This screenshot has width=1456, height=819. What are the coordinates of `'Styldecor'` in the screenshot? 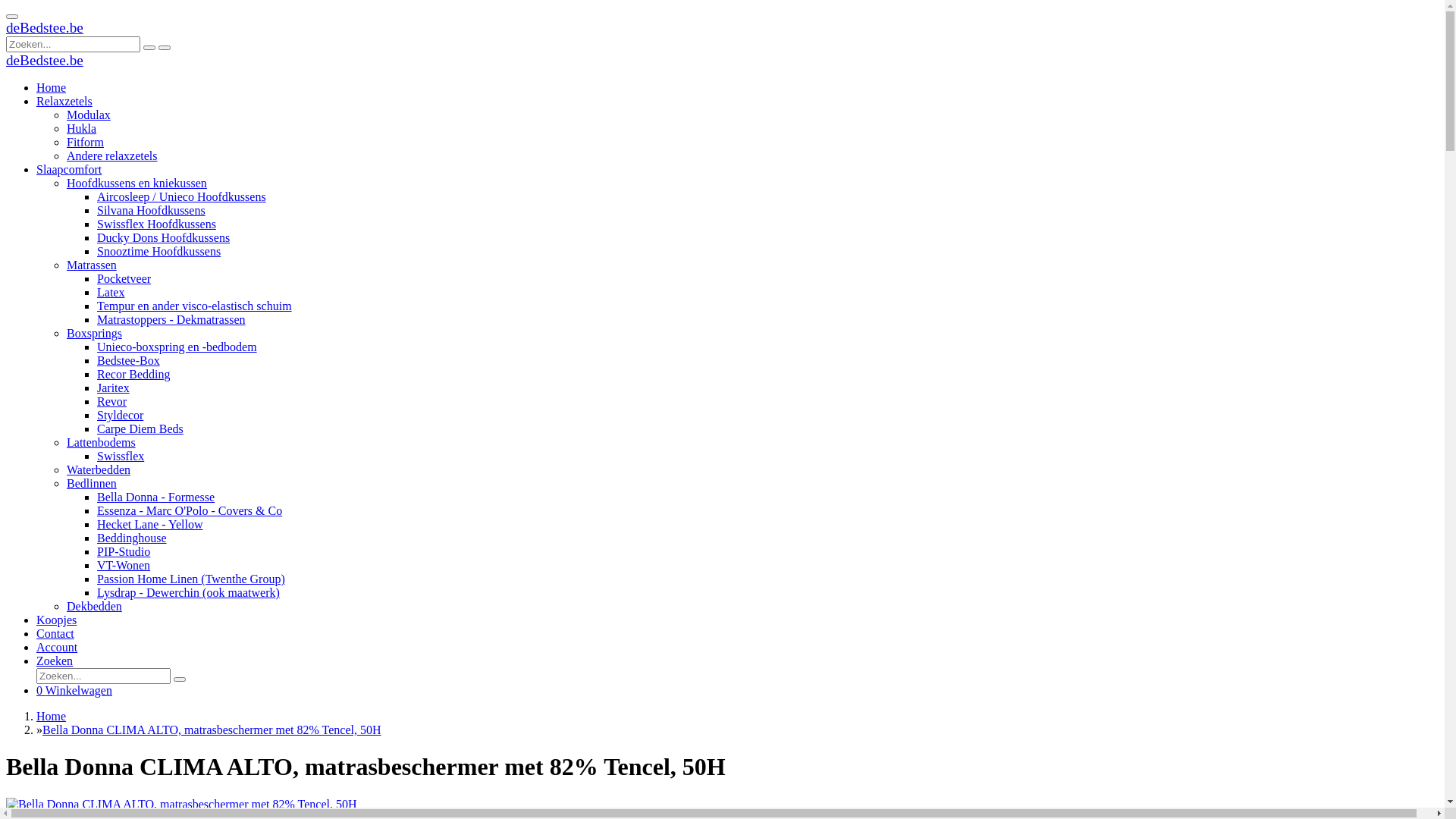 It's located at (119, 415).